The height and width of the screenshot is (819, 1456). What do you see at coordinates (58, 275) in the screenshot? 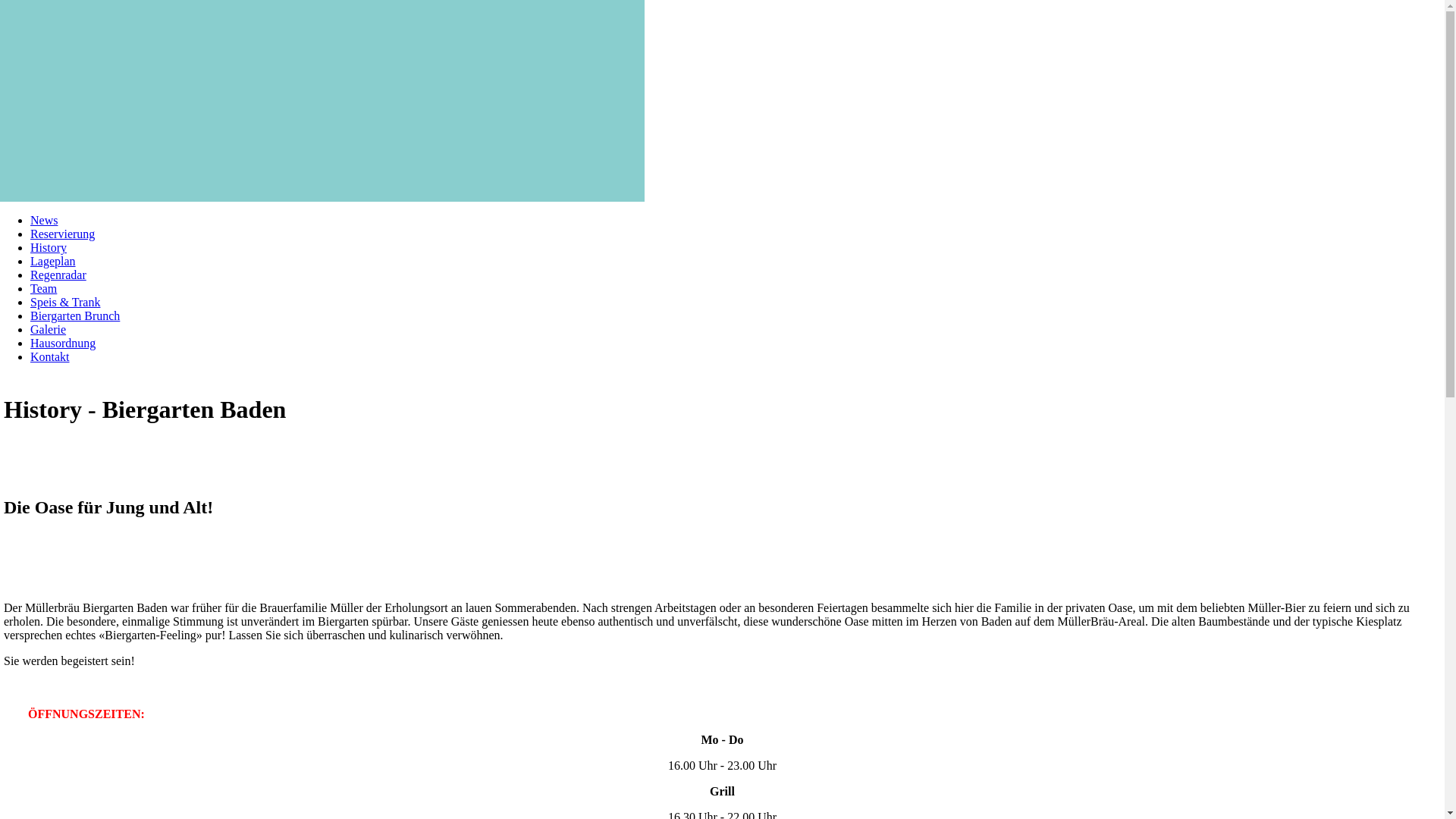
I see `'Regenradar'` at bounding box center [58, 275].